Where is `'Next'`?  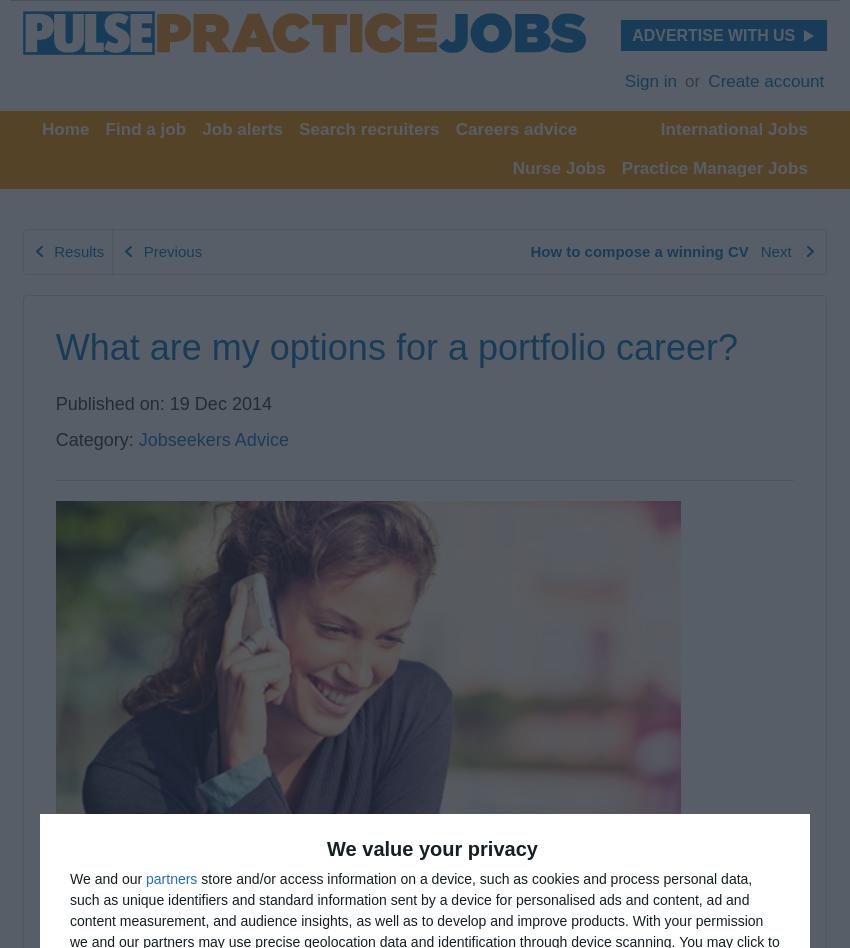
'Next' is located at coordinates (759, 250).